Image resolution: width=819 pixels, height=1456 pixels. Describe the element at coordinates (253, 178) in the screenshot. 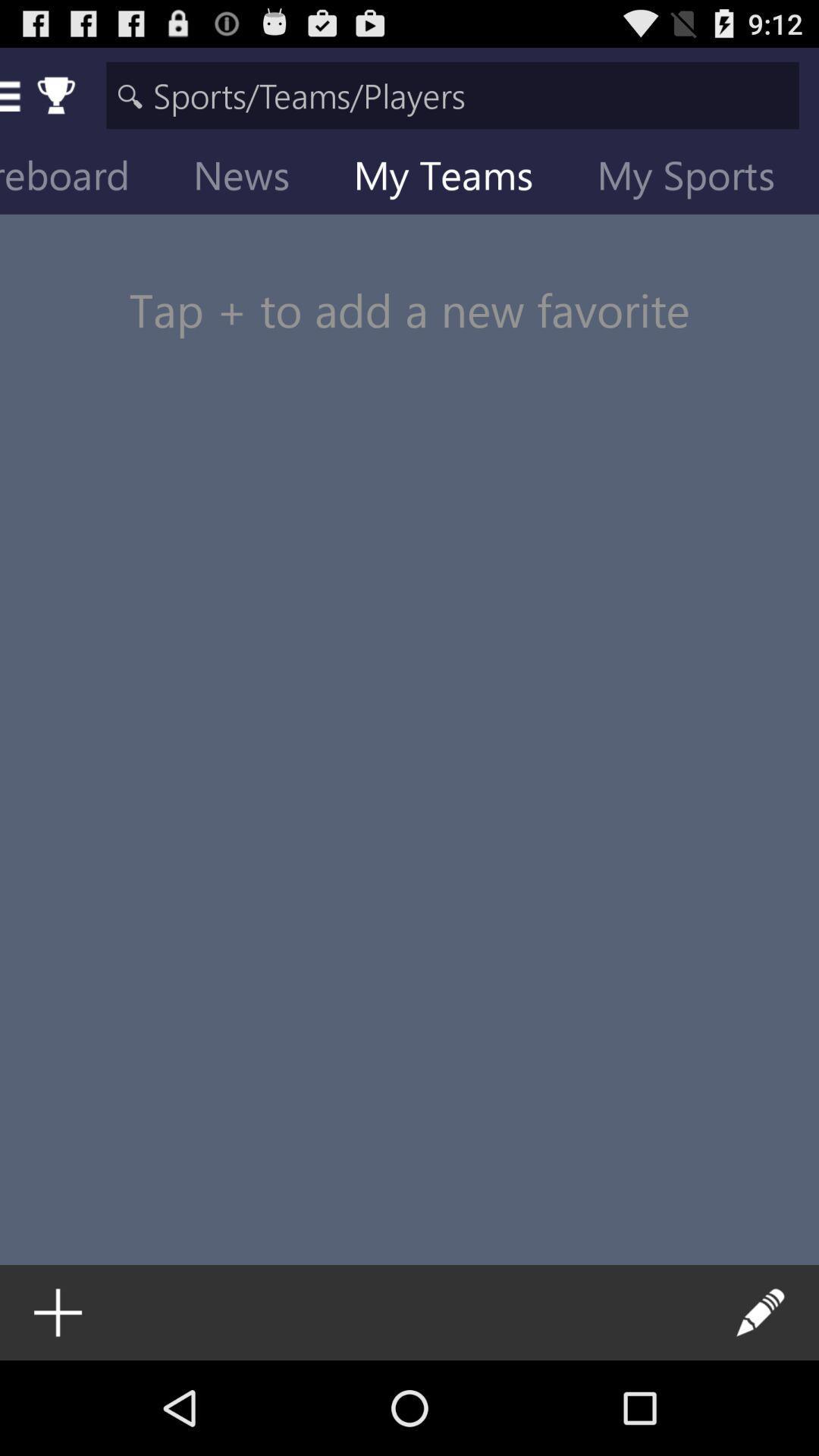

I see `icon to the left of my teams icon` at that location.